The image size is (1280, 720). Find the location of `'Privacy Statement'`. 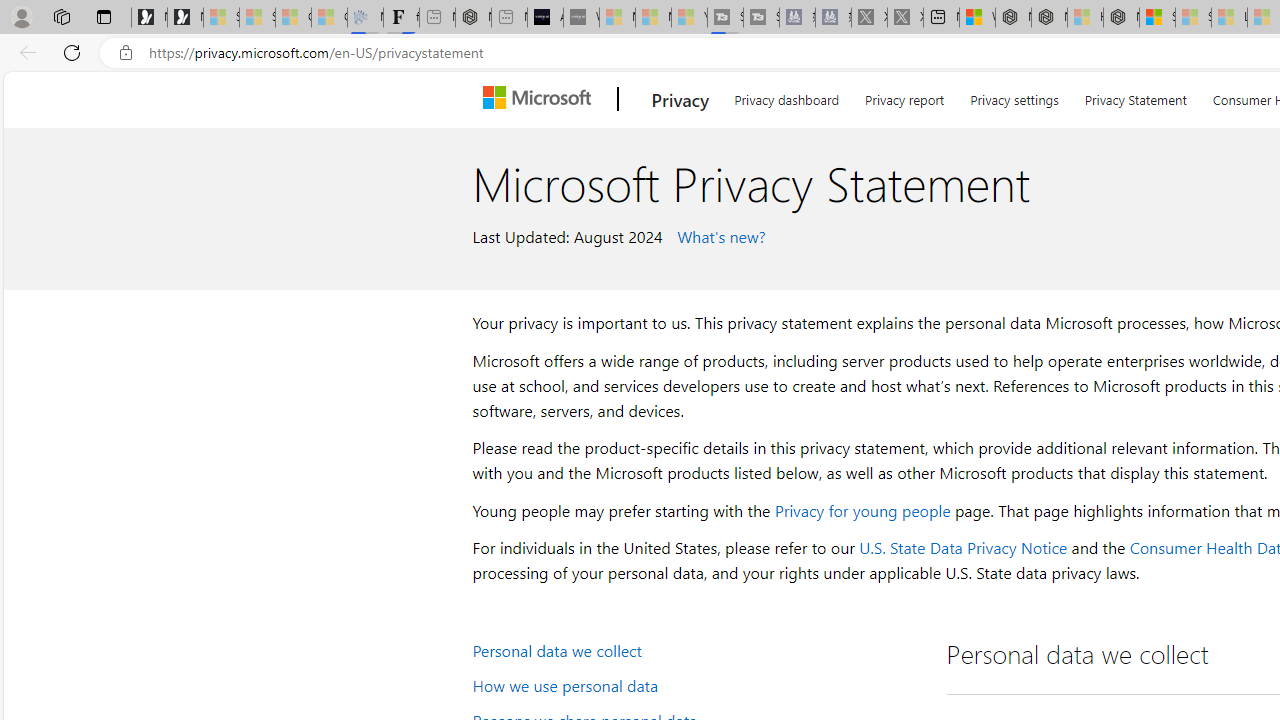

'Privacy Statement' is located at coordinates (1135, 96).